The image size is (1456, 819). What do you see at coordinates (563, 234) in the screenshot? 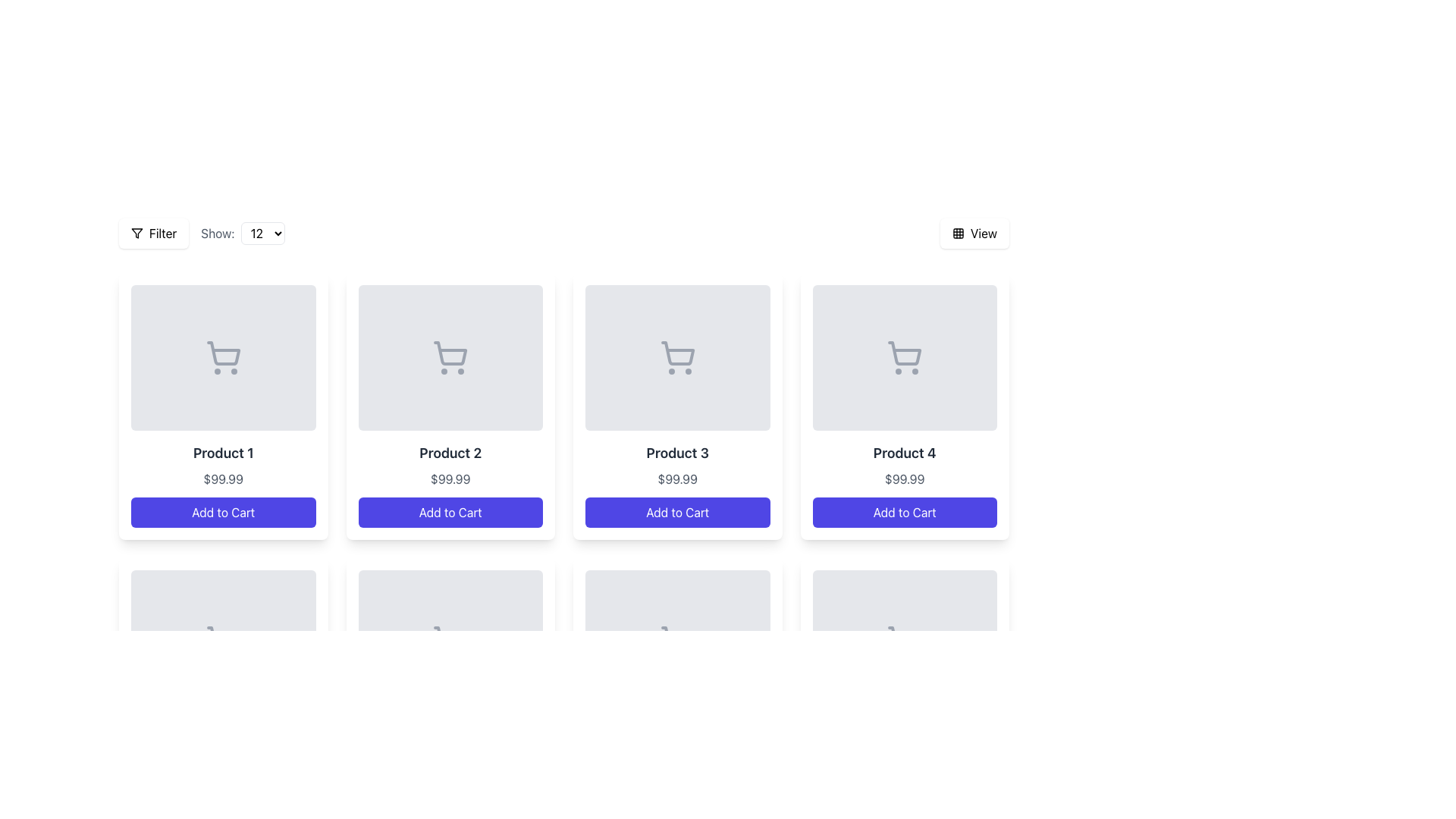
I see `the dropdown in the Toolbar at the top of the content area to choose a number for filtering product listings` at bounding box center [563, 234].